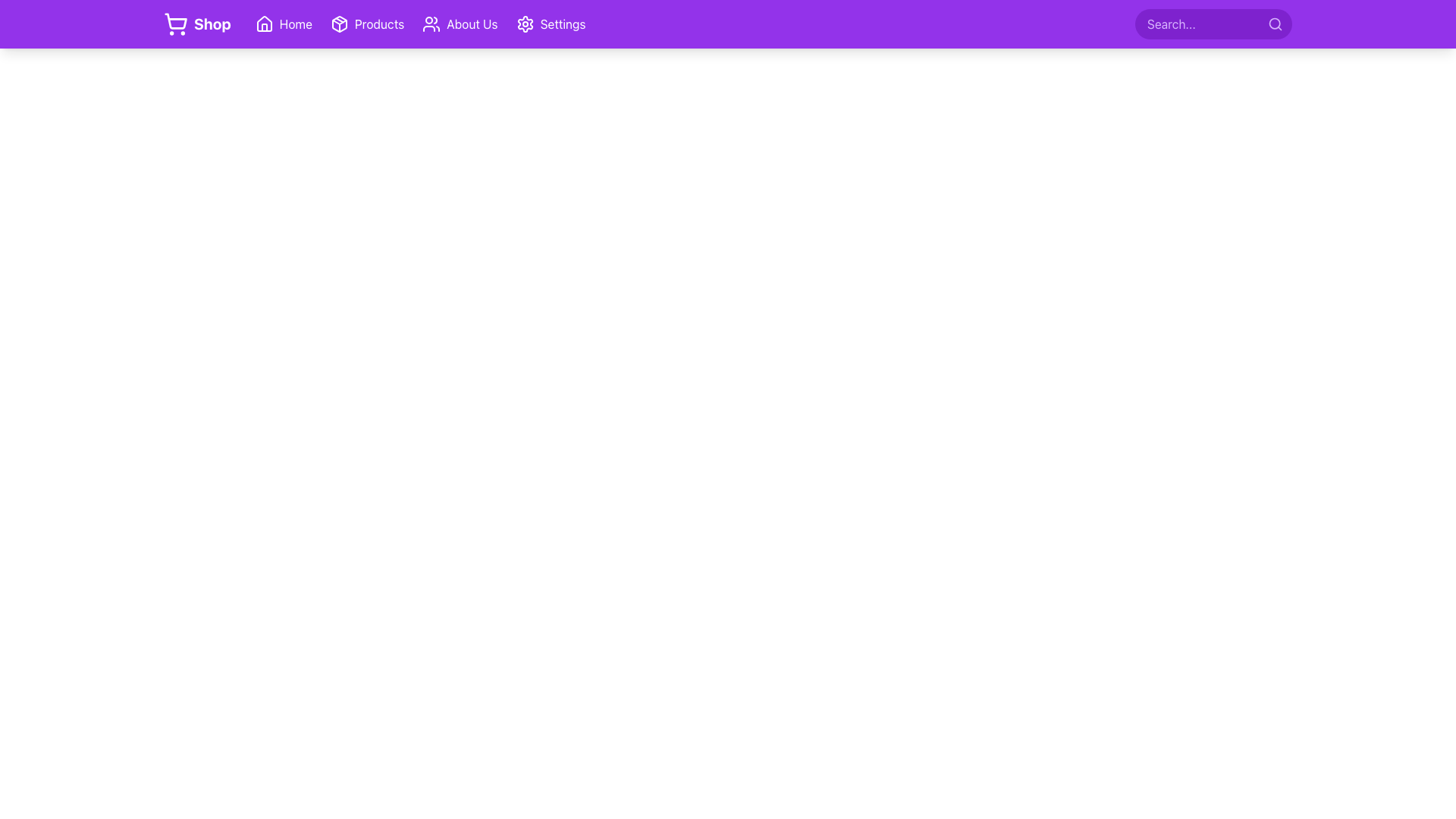 This screenshot has height=819, width=1456. What do you see at coordinates (338, 24) in the screenshot?
I see `the 'Products' icon located in the top navigation bar, positioned adjacent to the 'Products' text` at bounding box center [338, 24].